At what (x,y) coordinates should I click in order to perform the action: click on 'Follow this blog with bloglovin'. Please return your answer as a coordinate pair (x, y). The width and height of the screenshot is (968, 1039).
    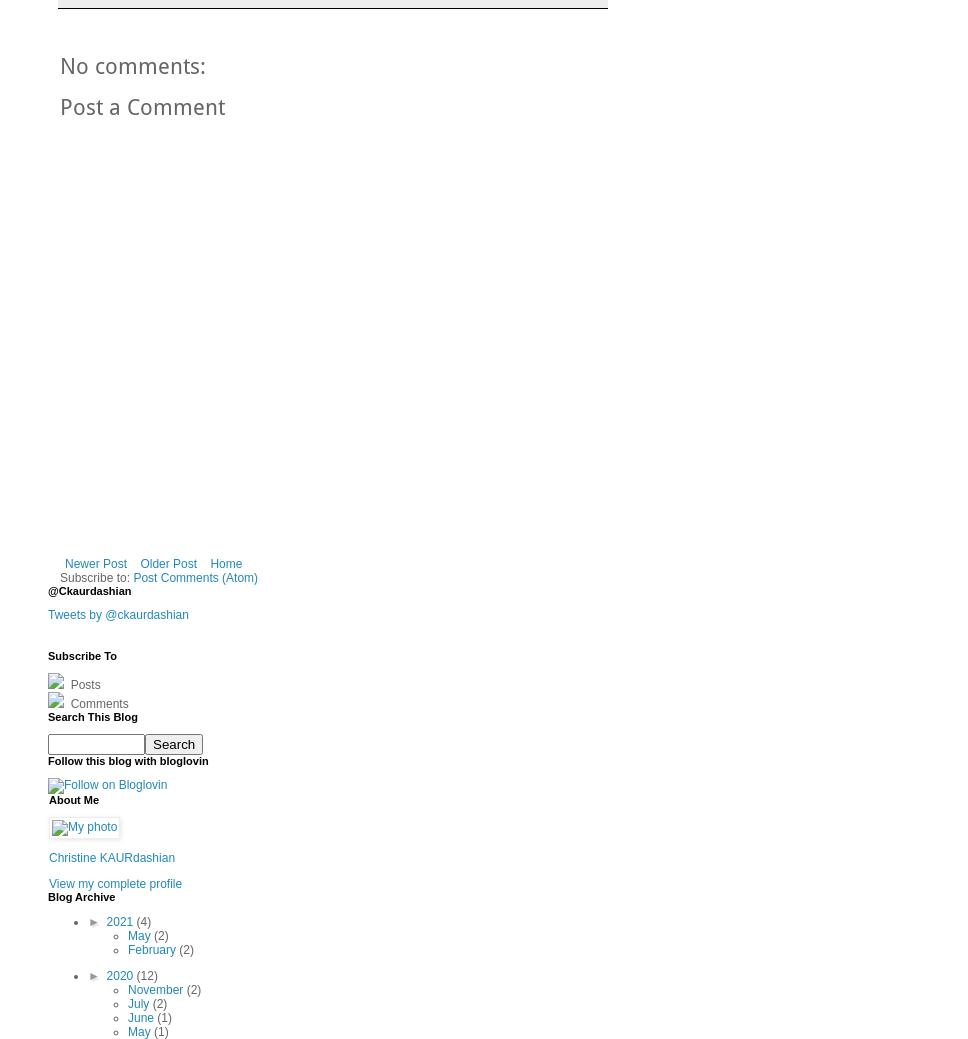
    Looking at the image, I should click on (126, 759).